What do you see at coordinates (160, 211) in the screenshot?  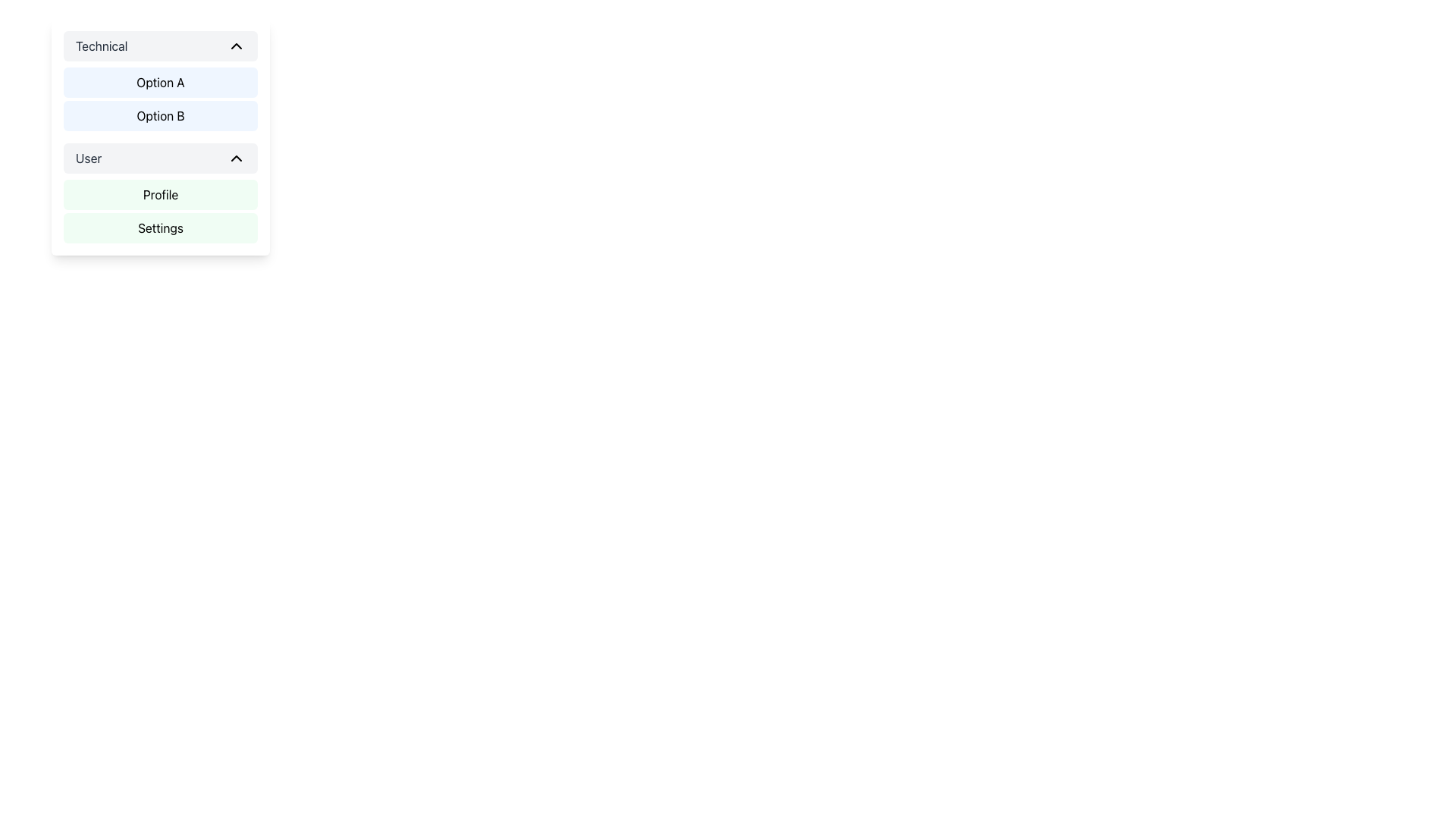 I see `the 'Profile' option in the dropdown menu under the 'User' category` at bounding box center [160, 211].